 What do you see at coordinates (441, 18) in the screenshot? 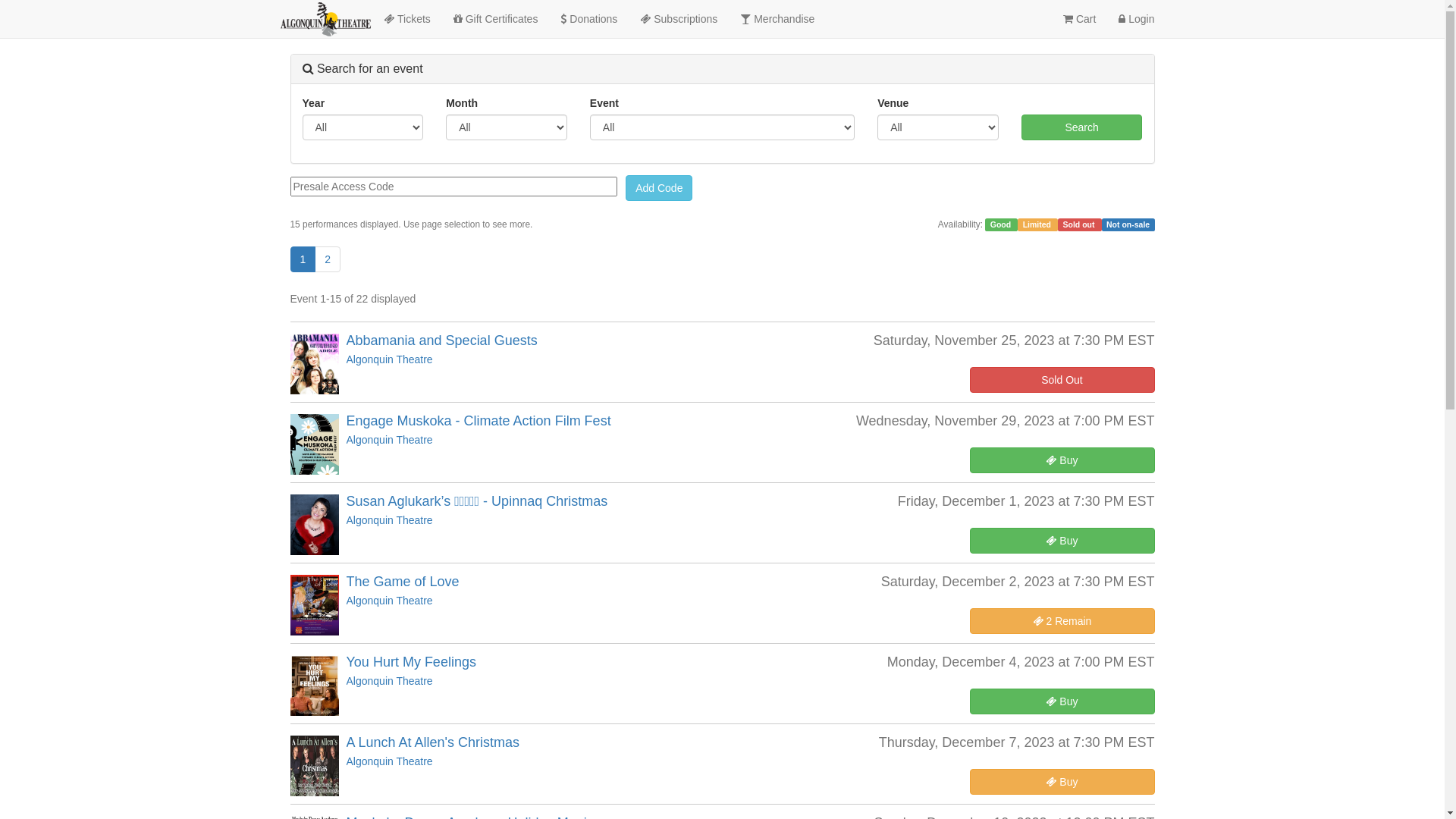
I see `'Gift Certificates'` at bounding box center [441, 18].